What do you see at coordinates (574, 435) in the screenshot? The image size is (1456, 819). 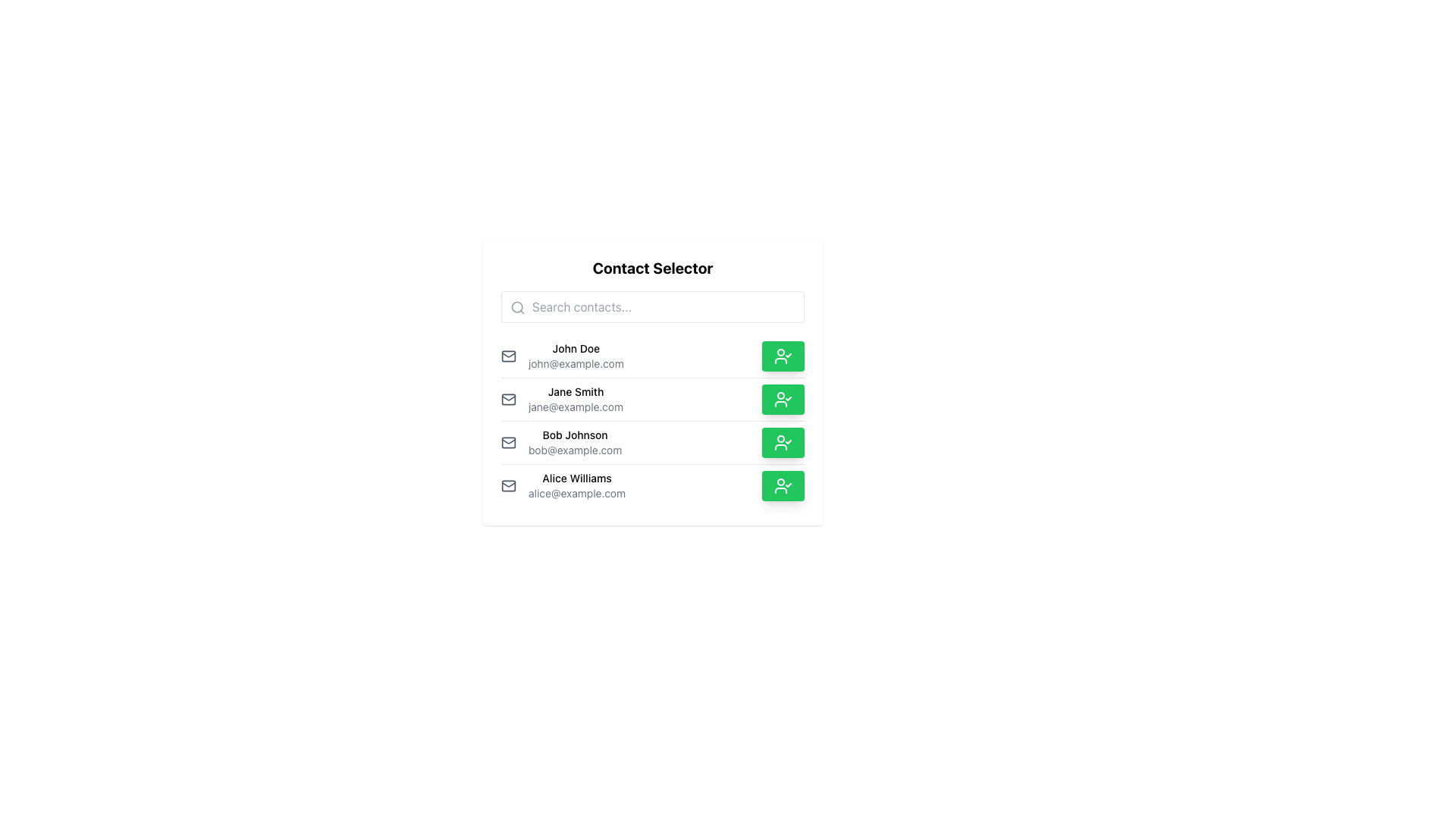 I see `the Static Text Label displaying the name 'Bob Johnson', which is located in the third row of the contact selection list` at bounding box center [574, 435].